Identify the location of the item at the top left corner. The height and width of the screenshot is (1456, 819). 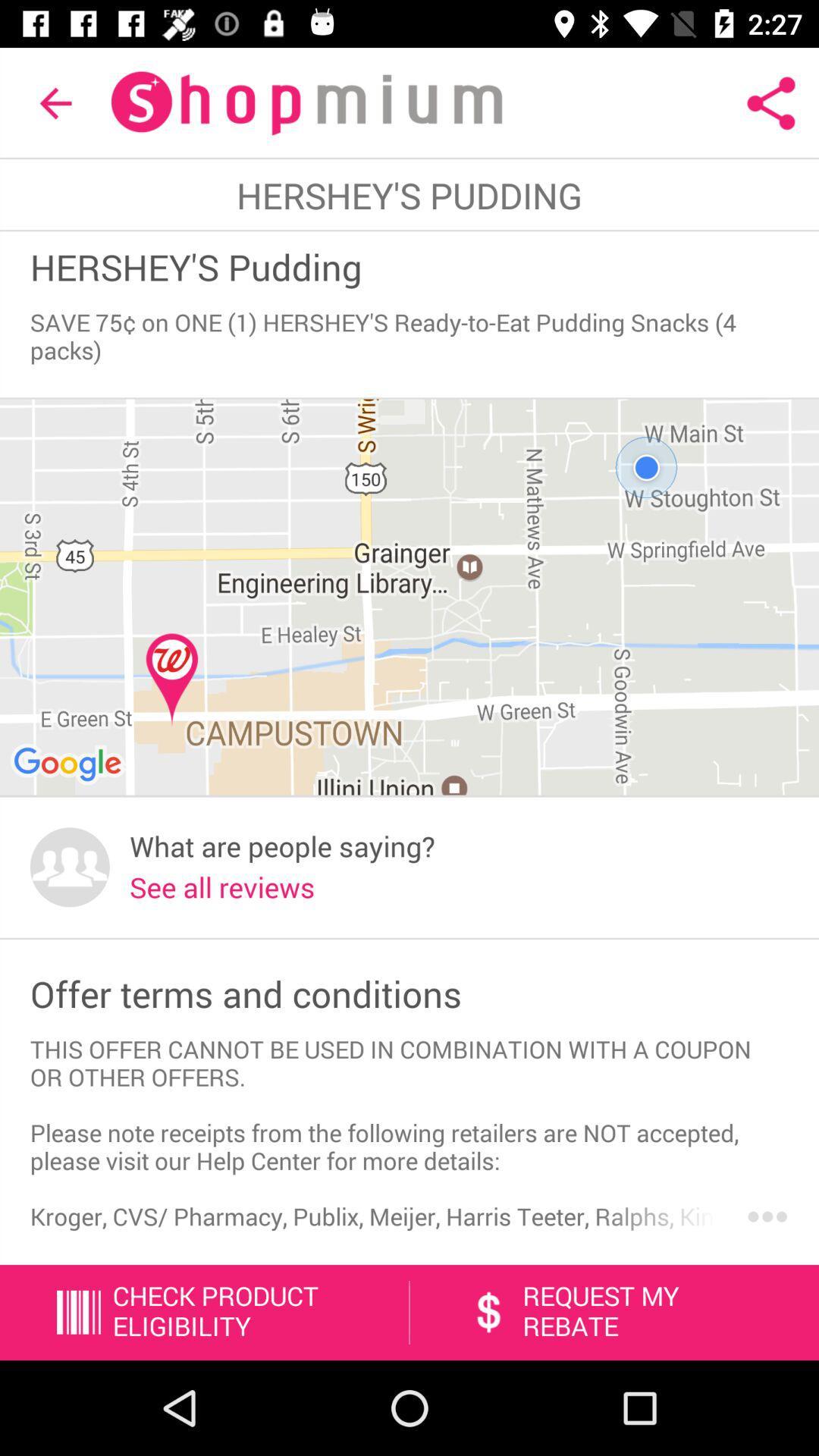
(55, 102).